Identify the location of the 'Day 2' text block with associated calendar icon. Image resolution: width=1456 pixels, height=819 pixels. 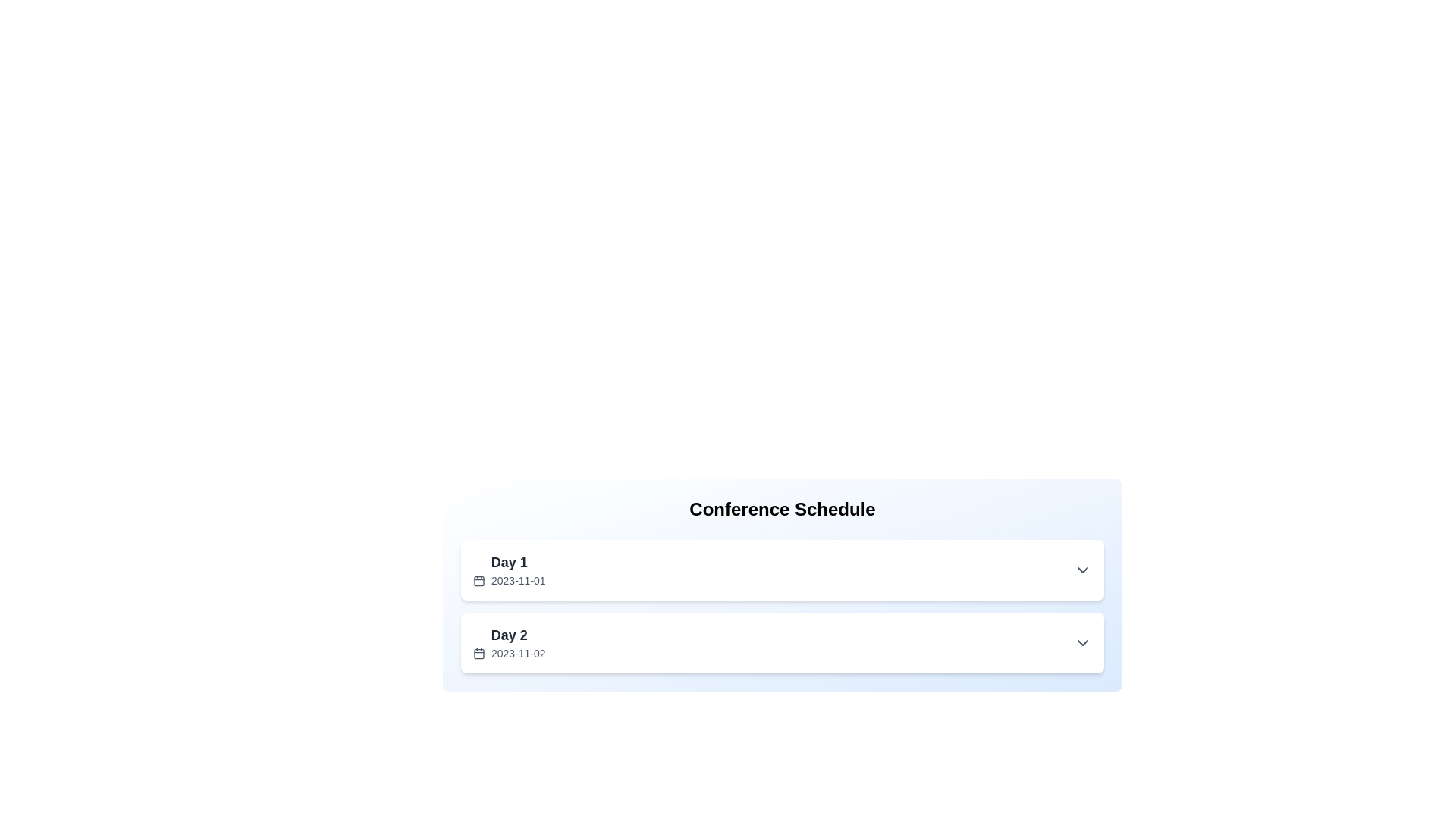
(509, 643).